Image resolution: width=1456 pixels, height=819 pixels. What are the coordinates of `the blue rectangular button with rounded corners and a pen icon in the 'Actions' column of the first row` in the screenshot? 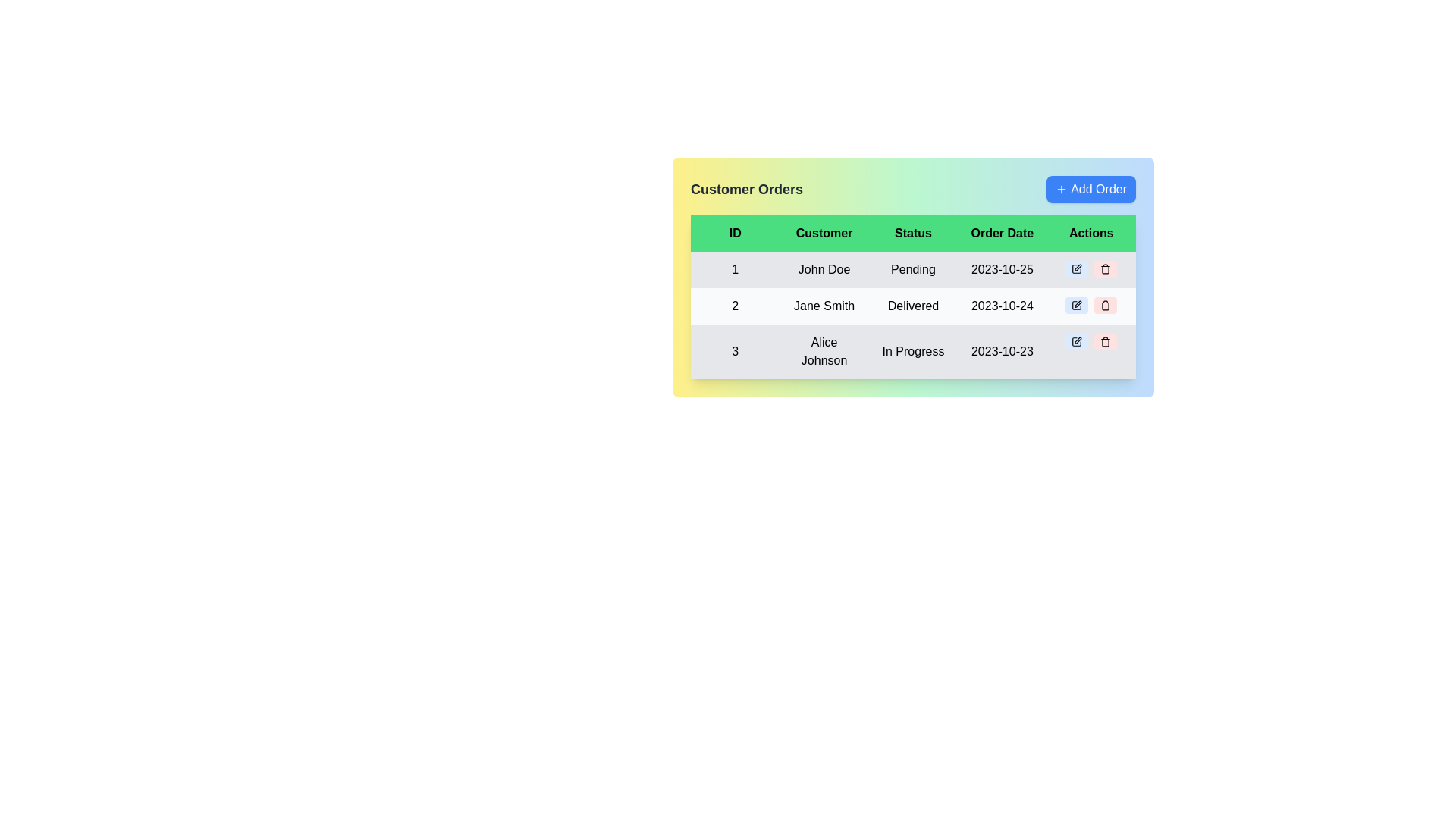 It's located at (1076, 268).